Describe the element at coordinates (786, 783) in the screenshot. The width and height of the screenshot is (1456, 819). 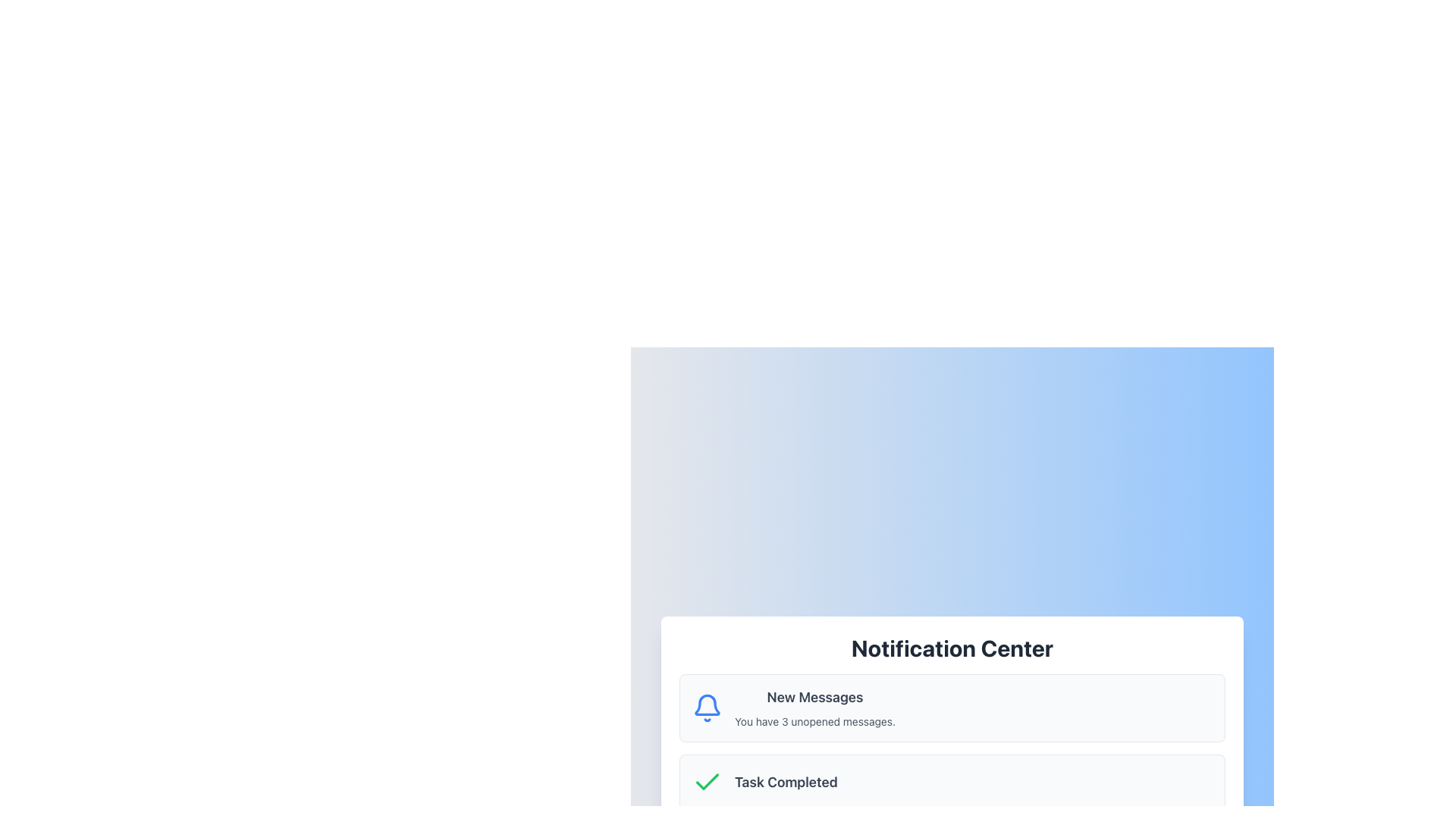
I see `the Text Label indicating 'Task Completed' within the notification card, located to the right of the green checkmark icon` at that location.